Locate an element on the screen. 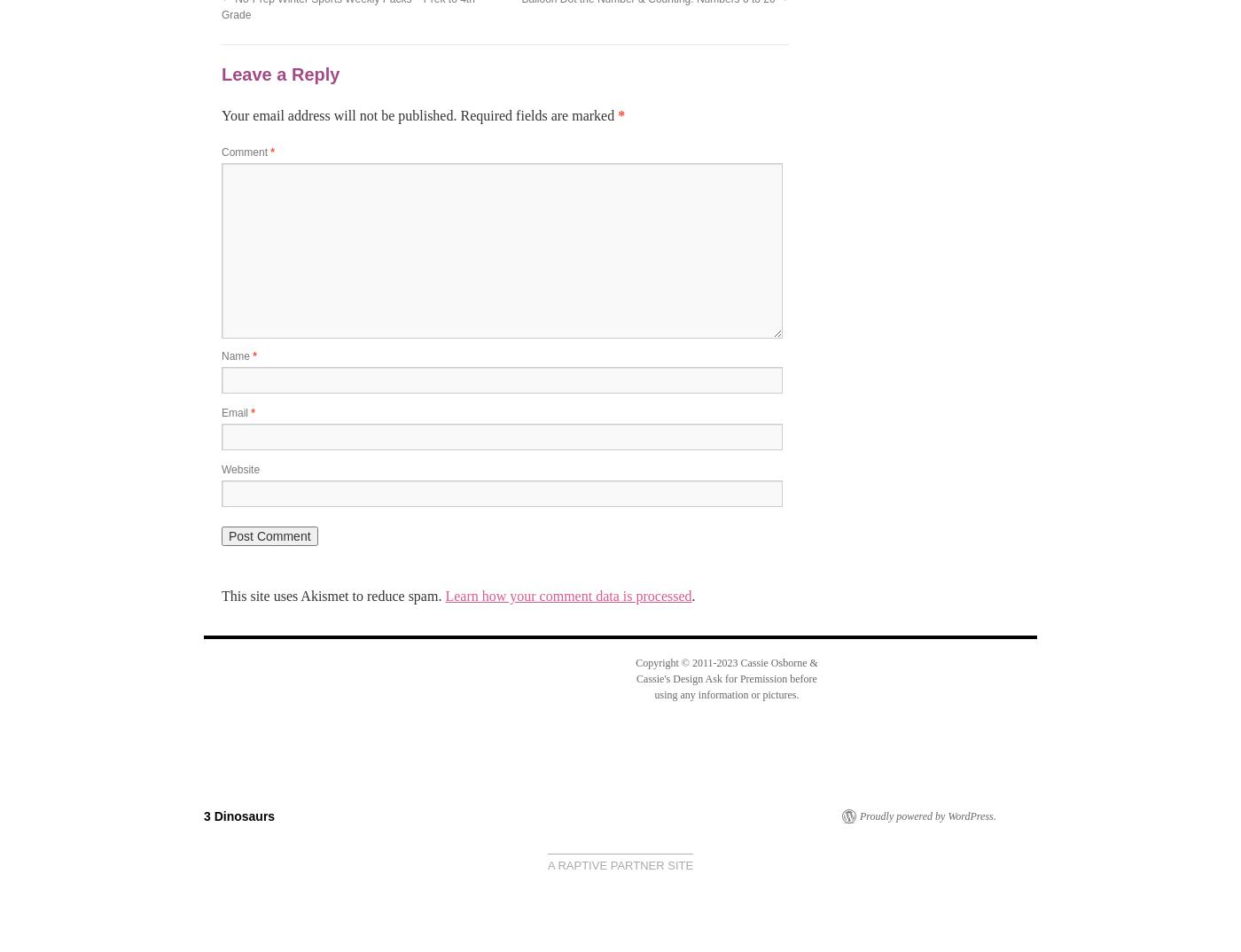 This screenshot has height=952, width=1241. 'Name' is located at coordinates (237, 355).